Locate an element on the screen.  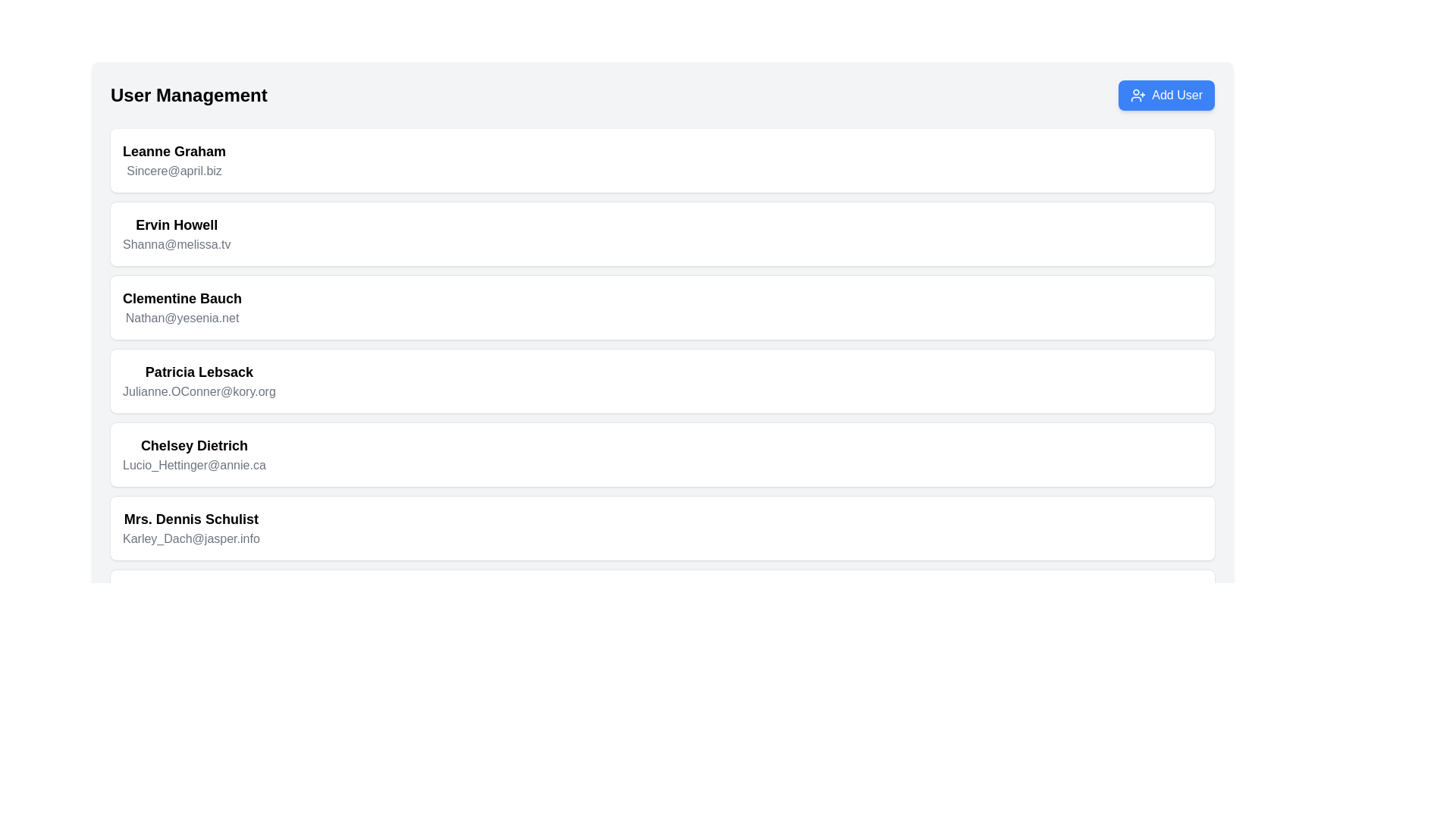
the text block displaying the name 'Leanne Graham' and email 'Sincere@april.biz', which is located in the upper left section of the user management interface is located at coordinates (174, 161).